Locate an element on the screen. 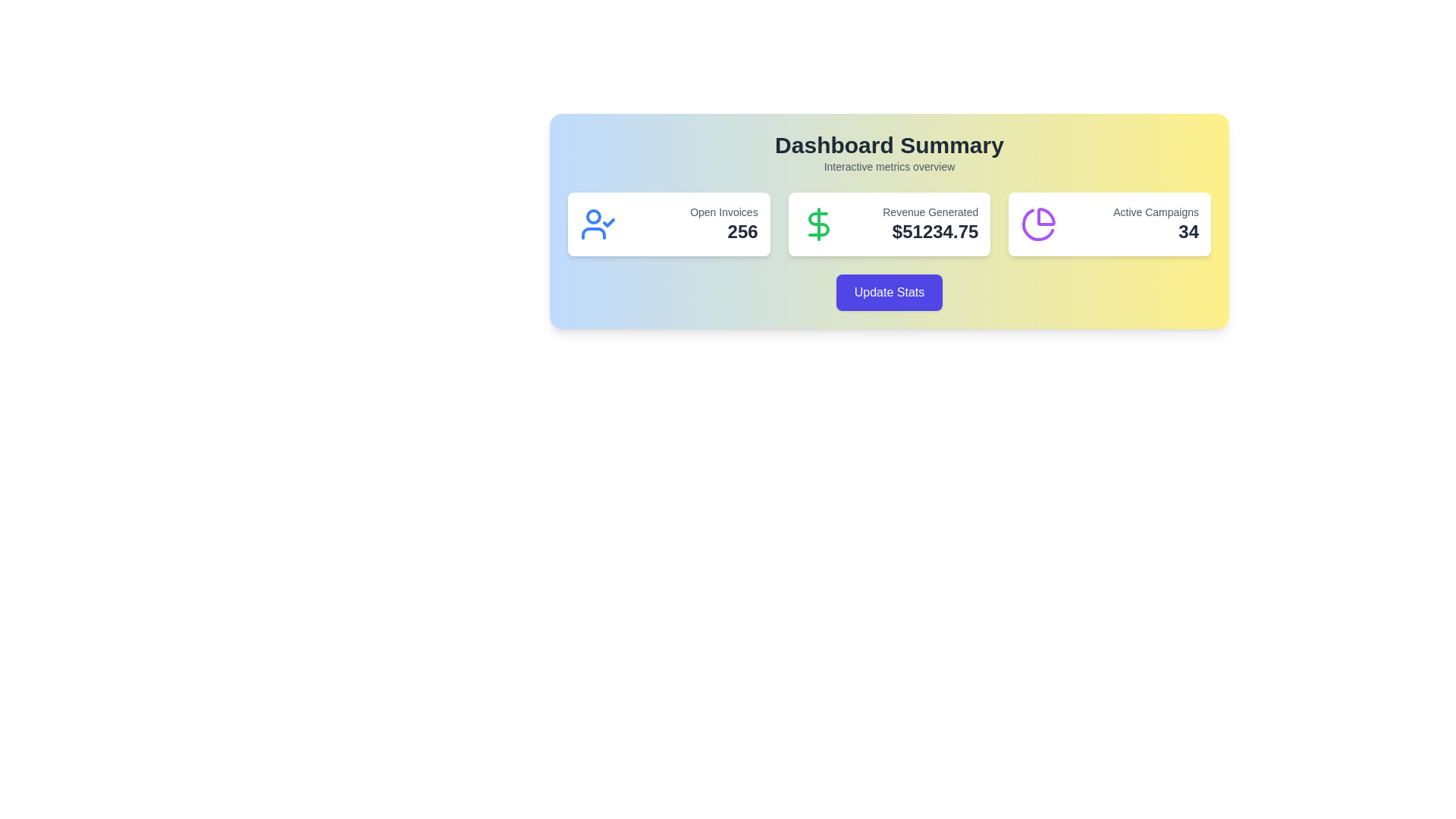 This screenshot has height=819, width=1456. the Text label that describes the revenue generated, positioned above the large bold text '$51234.75' in the second card of a row of cards is located at coordinates (930, 212).